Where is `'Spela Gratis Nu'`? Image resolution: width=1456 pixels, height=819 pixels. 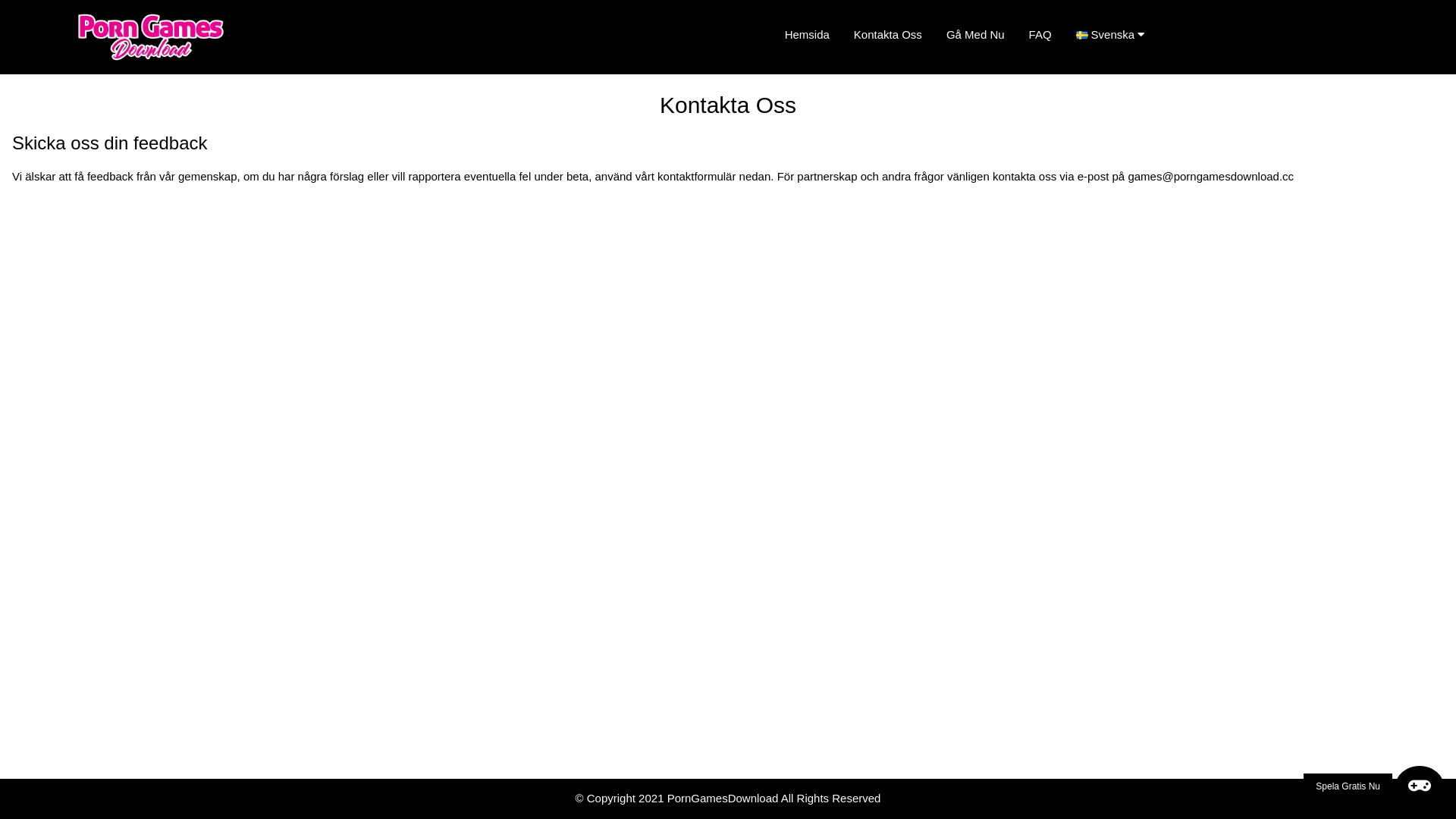 'Spela Gratis Nu' is located at coordinates (1373, 786).